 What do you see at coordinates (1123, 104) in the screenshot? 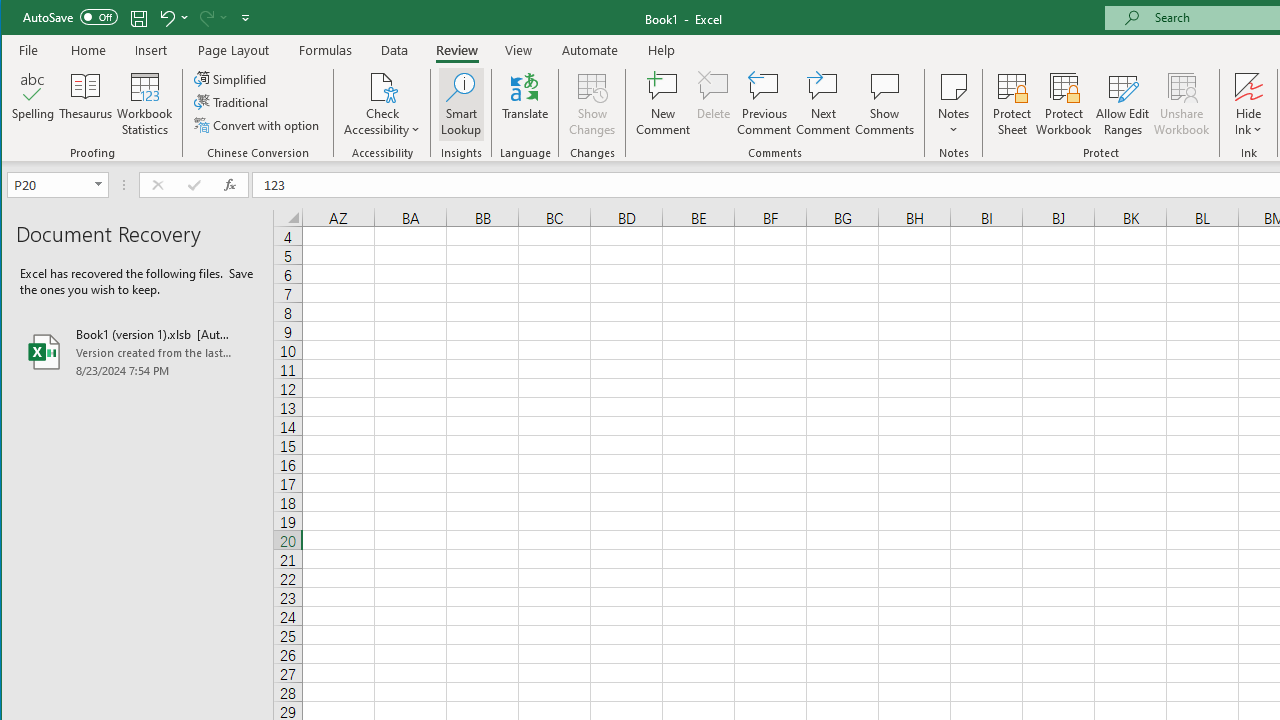
I see `'Allow Edit Ranges'` at bounding box center [1123, 104].